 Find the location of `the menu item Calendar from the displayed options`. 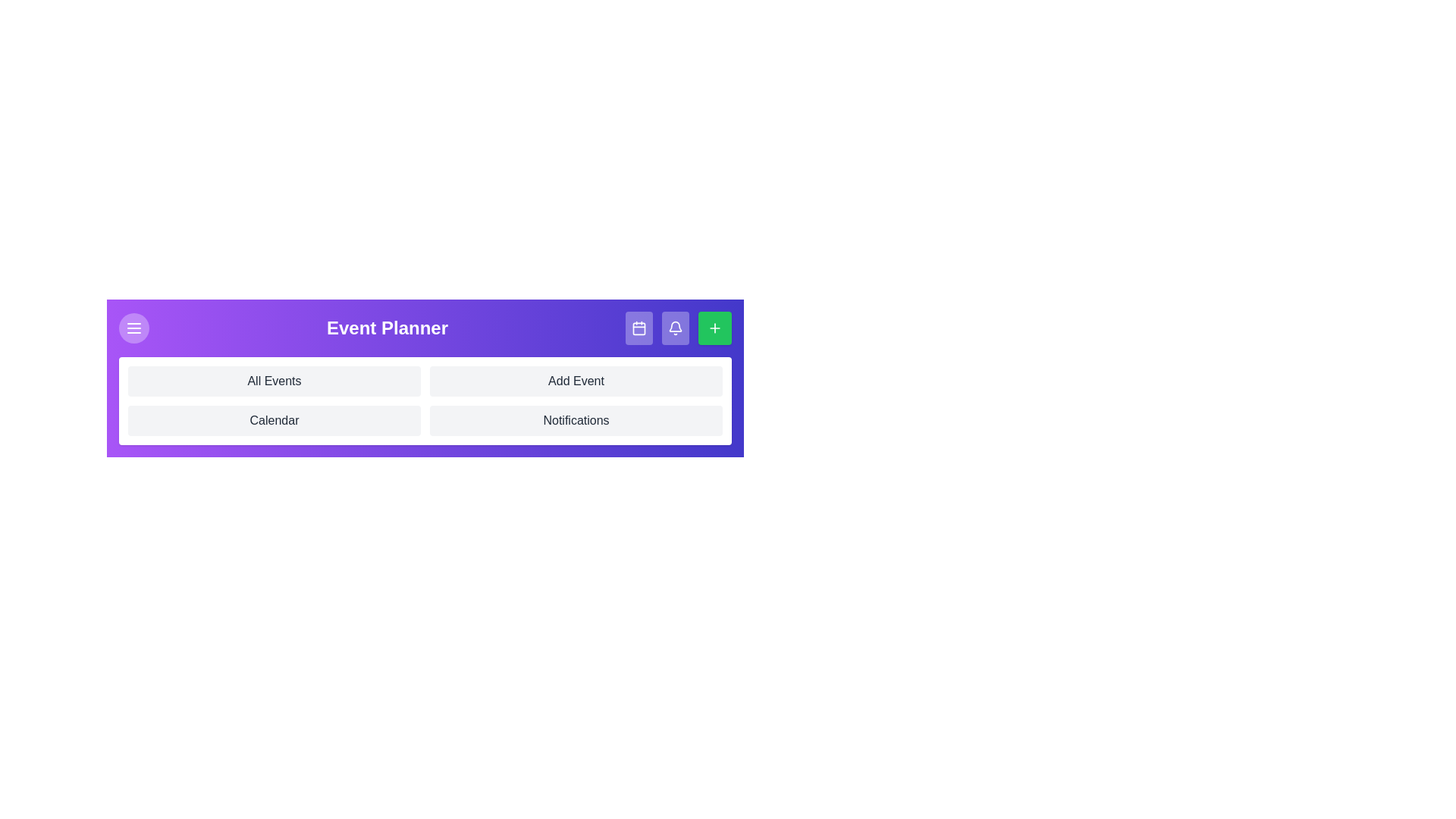

the menu item Calendar from the displayed options is located at coordinates (274, 421).